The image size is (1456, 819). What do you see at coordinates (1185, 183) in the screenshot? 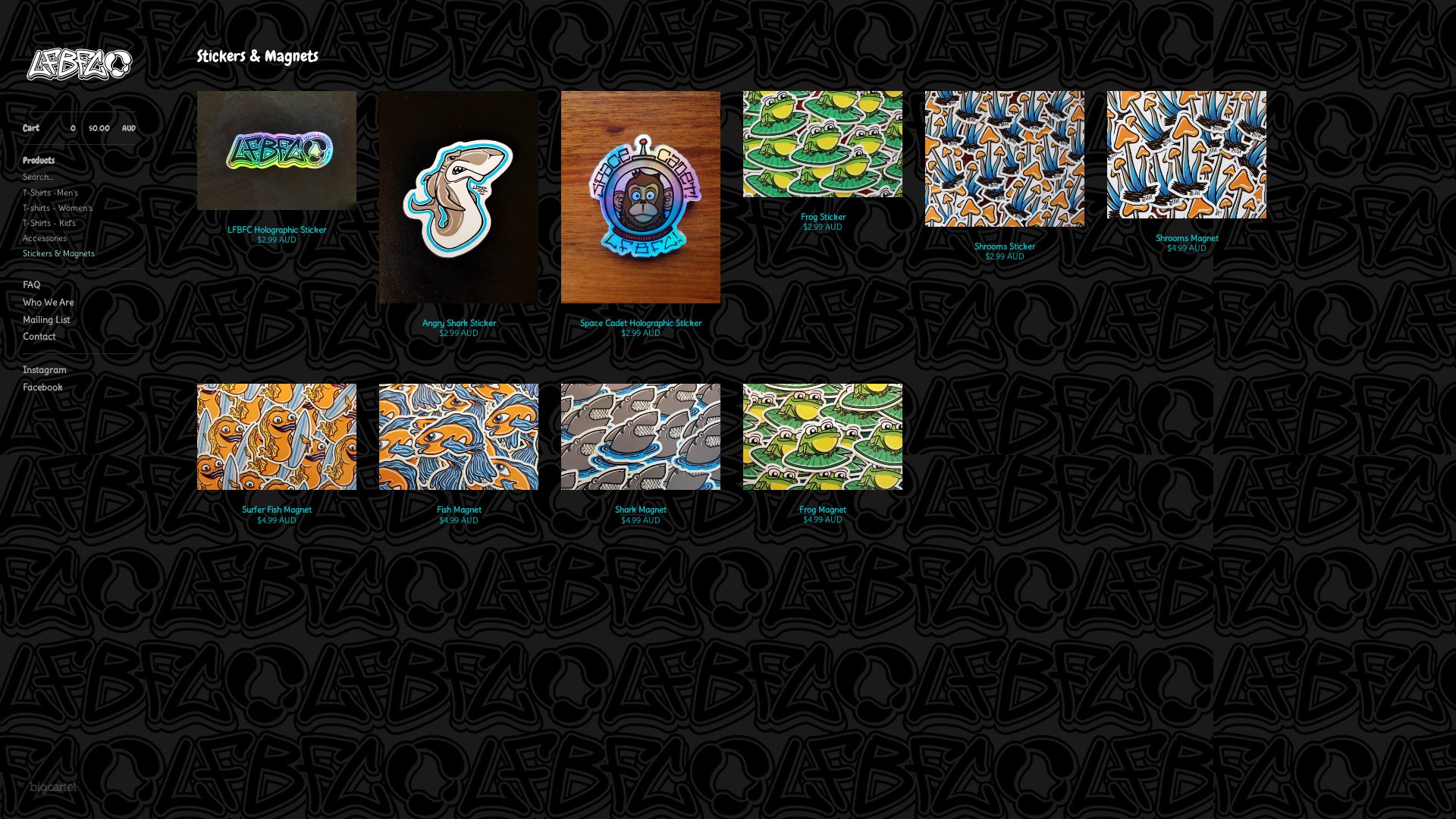
I see `'Shrooms Magnet` at bounding box center [1185, 183].